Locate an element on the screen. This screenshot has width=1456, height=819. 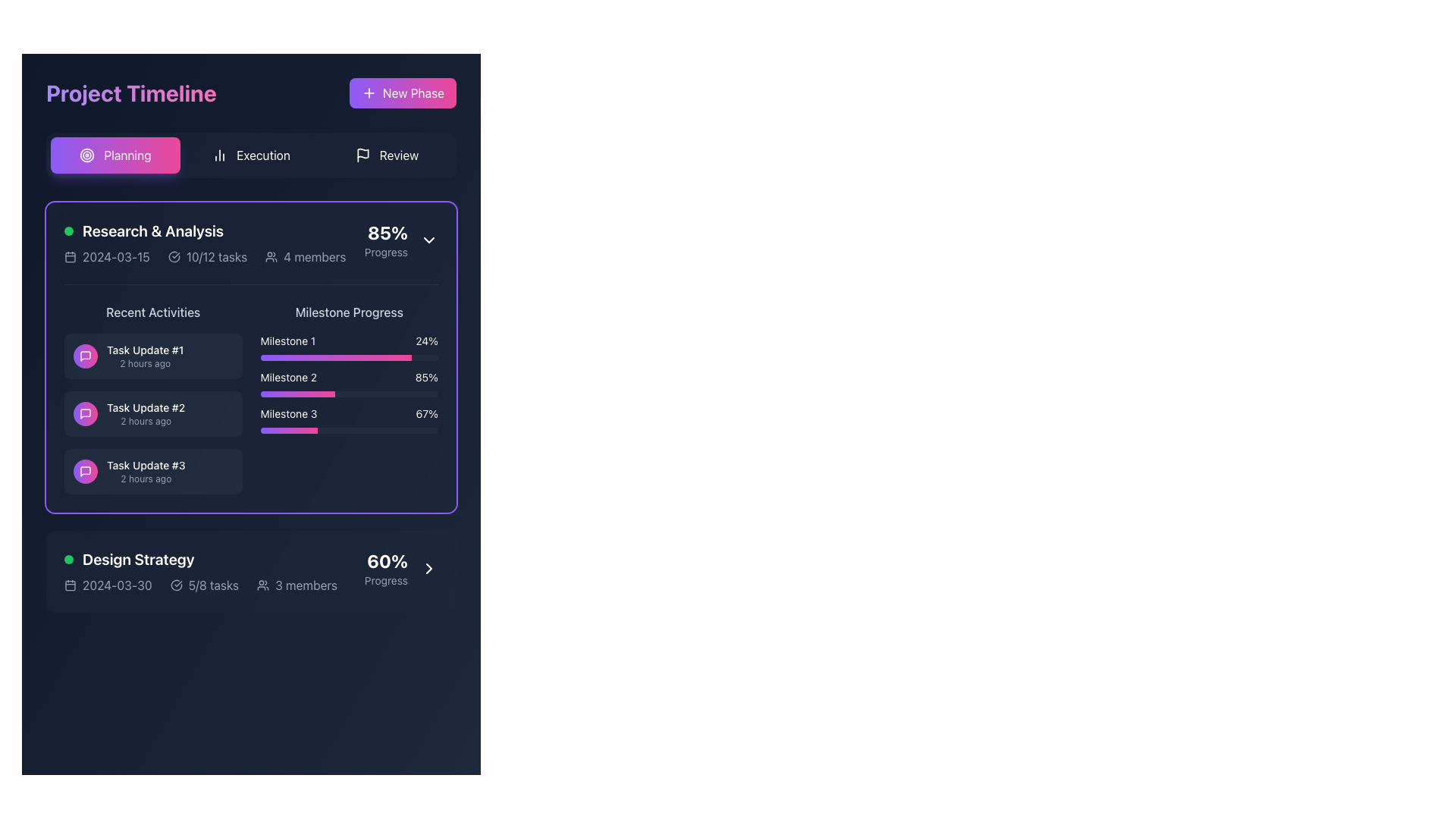
the text label or heading that serves as a title for the recent activities or updates related to tasks, located under the 'Research & Analysis' section is located at coordinates (153, 312).